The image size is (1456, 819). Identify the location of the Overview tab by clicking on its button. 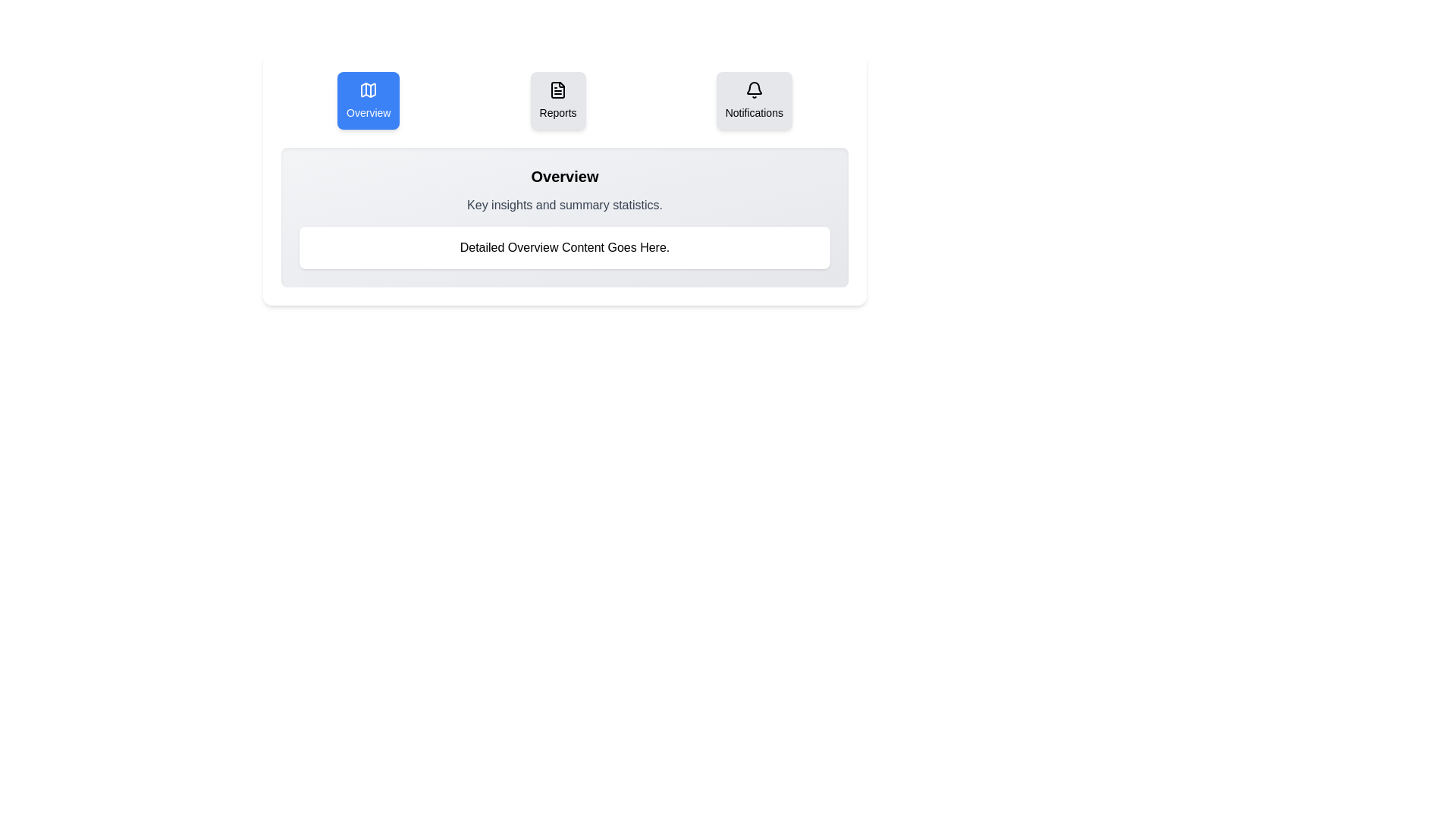
(369, 100).